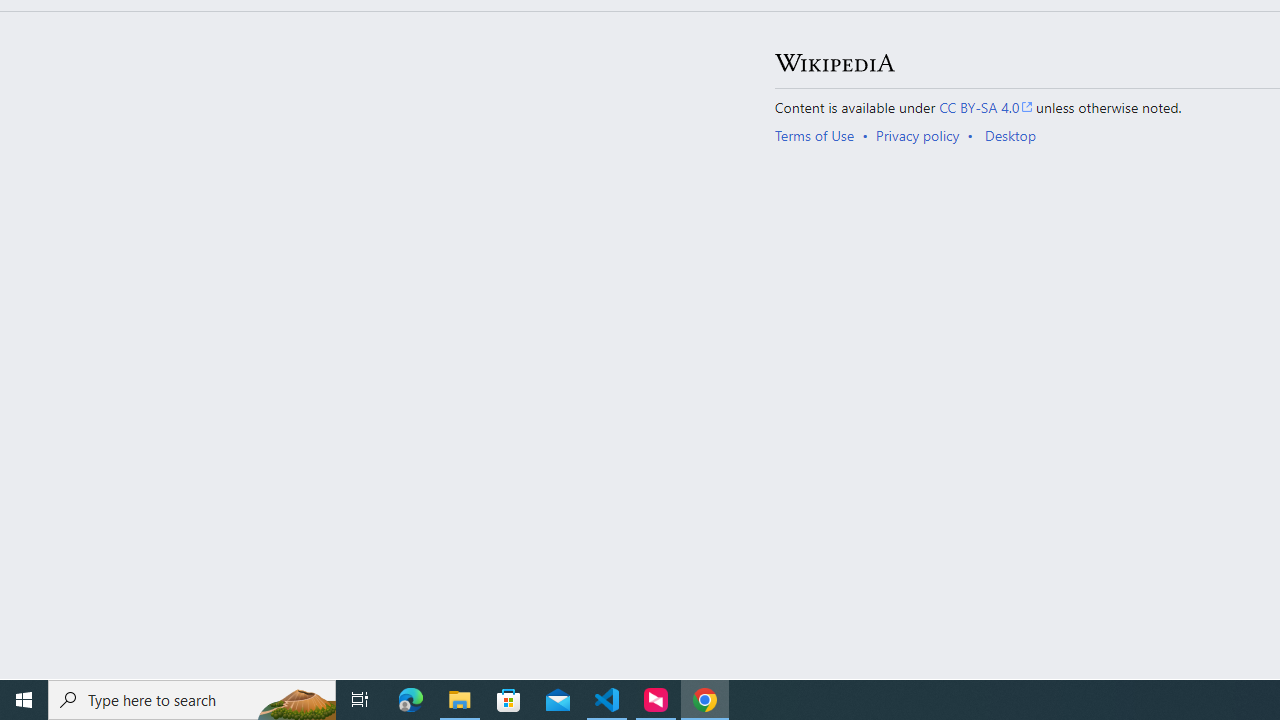 This screenshot has width=1280, height=720. I want to click on 'Terms of Use', so click(814, 135).